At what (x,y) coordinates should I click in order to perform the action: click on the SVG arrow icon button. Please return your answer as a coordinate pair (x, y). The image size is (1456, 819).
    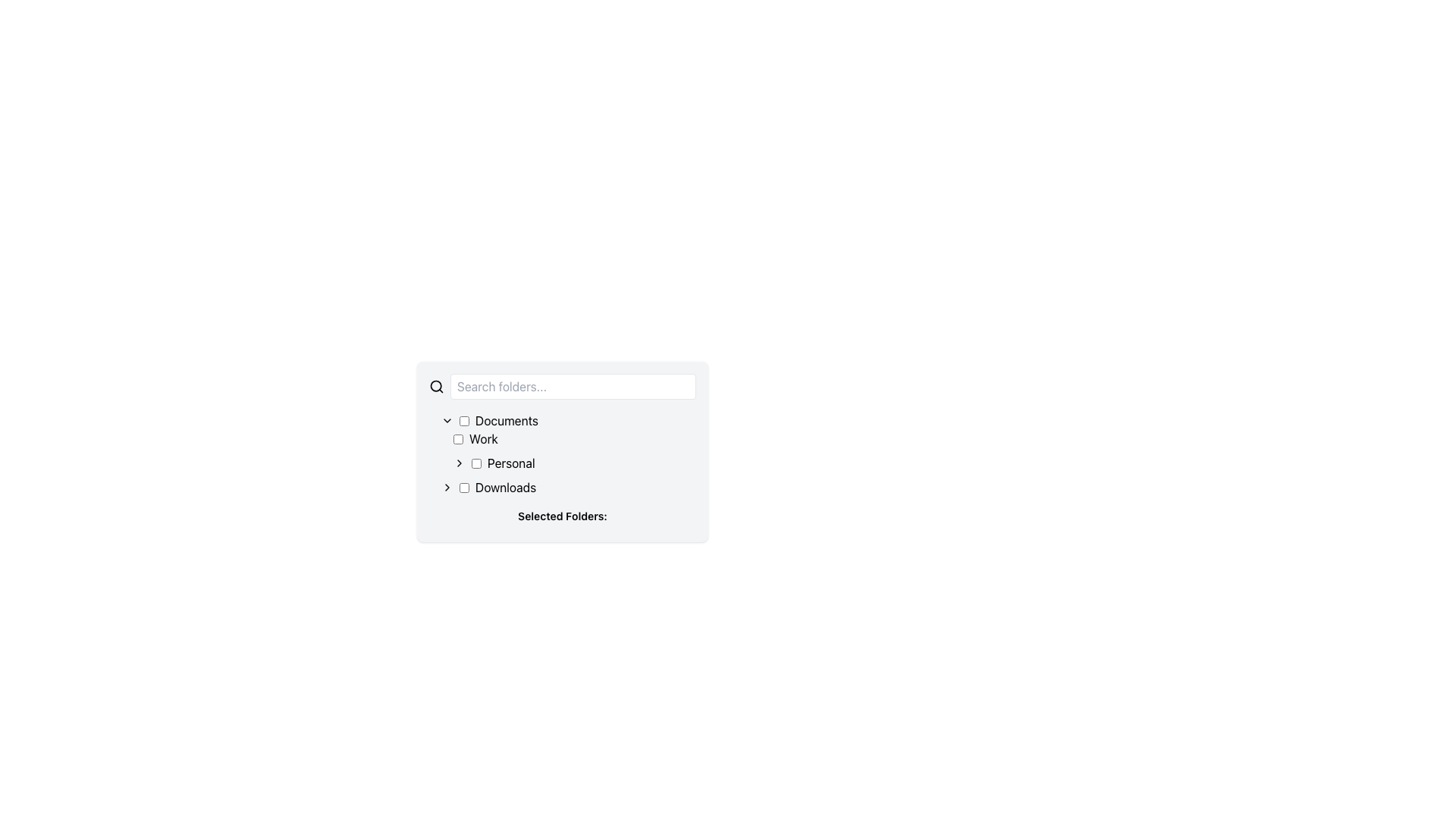
    Looking at the image, I should click on (458, 462).